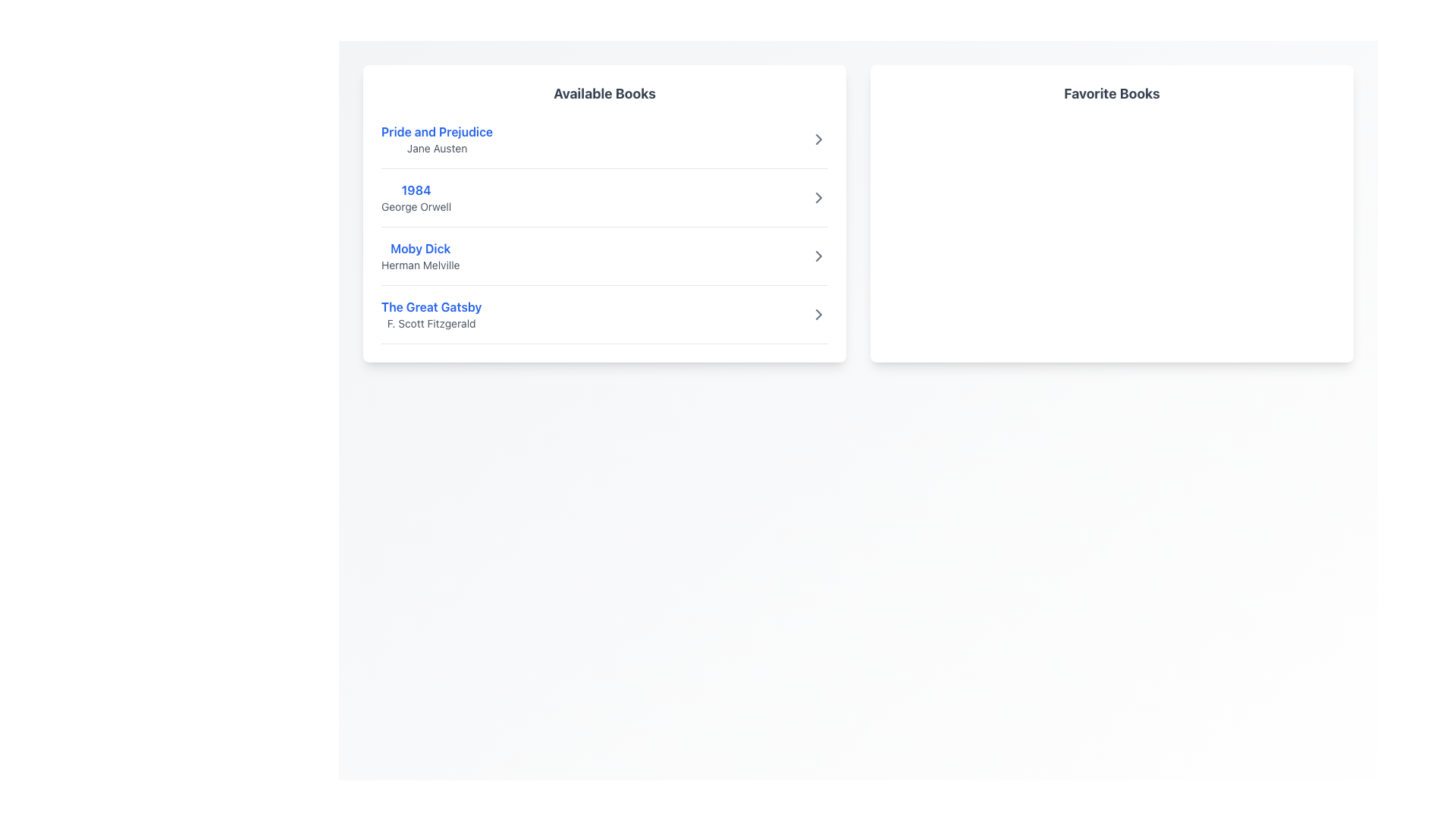  I want to click on the list entry for 'Moby Dick' by Herman Melville in the 'Available Books' section, so click(420, 256).